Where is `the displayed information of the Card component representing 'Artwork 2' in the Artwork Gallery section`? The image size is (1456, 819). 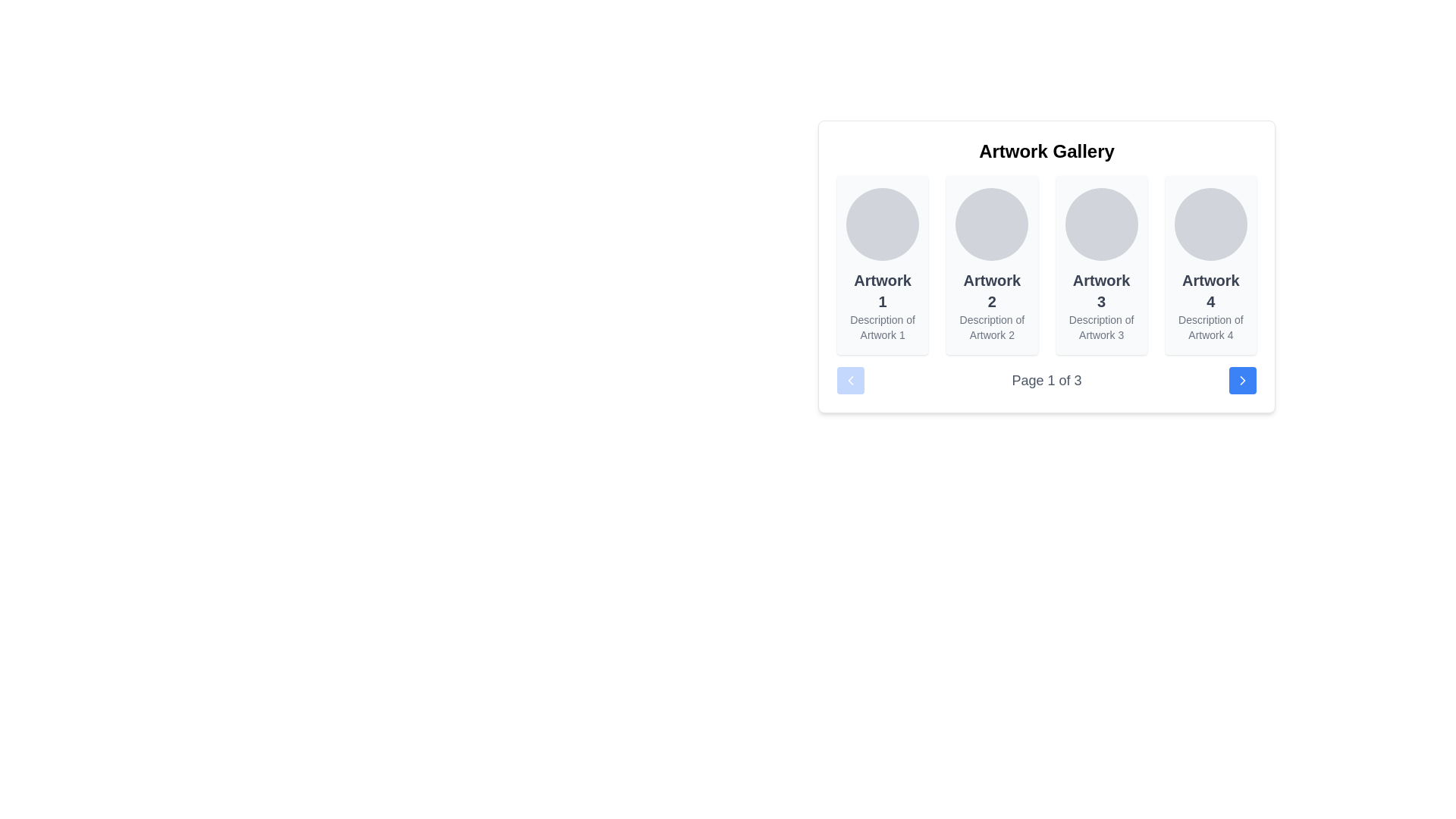 the displayed information of the Card component representing 'Artwork 2' in the Artwork Gallery section is located at coordinates (992, 265).